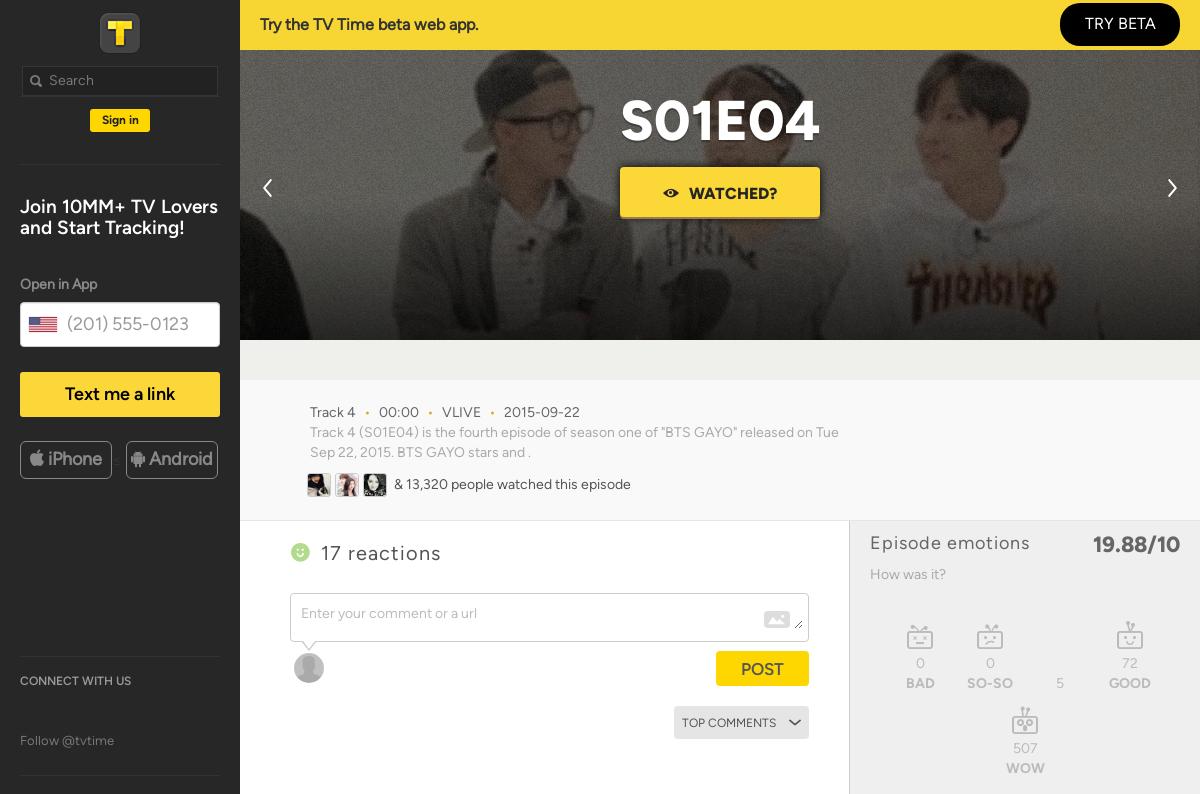 The width and height of the screenshot is (1200, 794). I want to click on '2015-09-22', so click(503, 411).